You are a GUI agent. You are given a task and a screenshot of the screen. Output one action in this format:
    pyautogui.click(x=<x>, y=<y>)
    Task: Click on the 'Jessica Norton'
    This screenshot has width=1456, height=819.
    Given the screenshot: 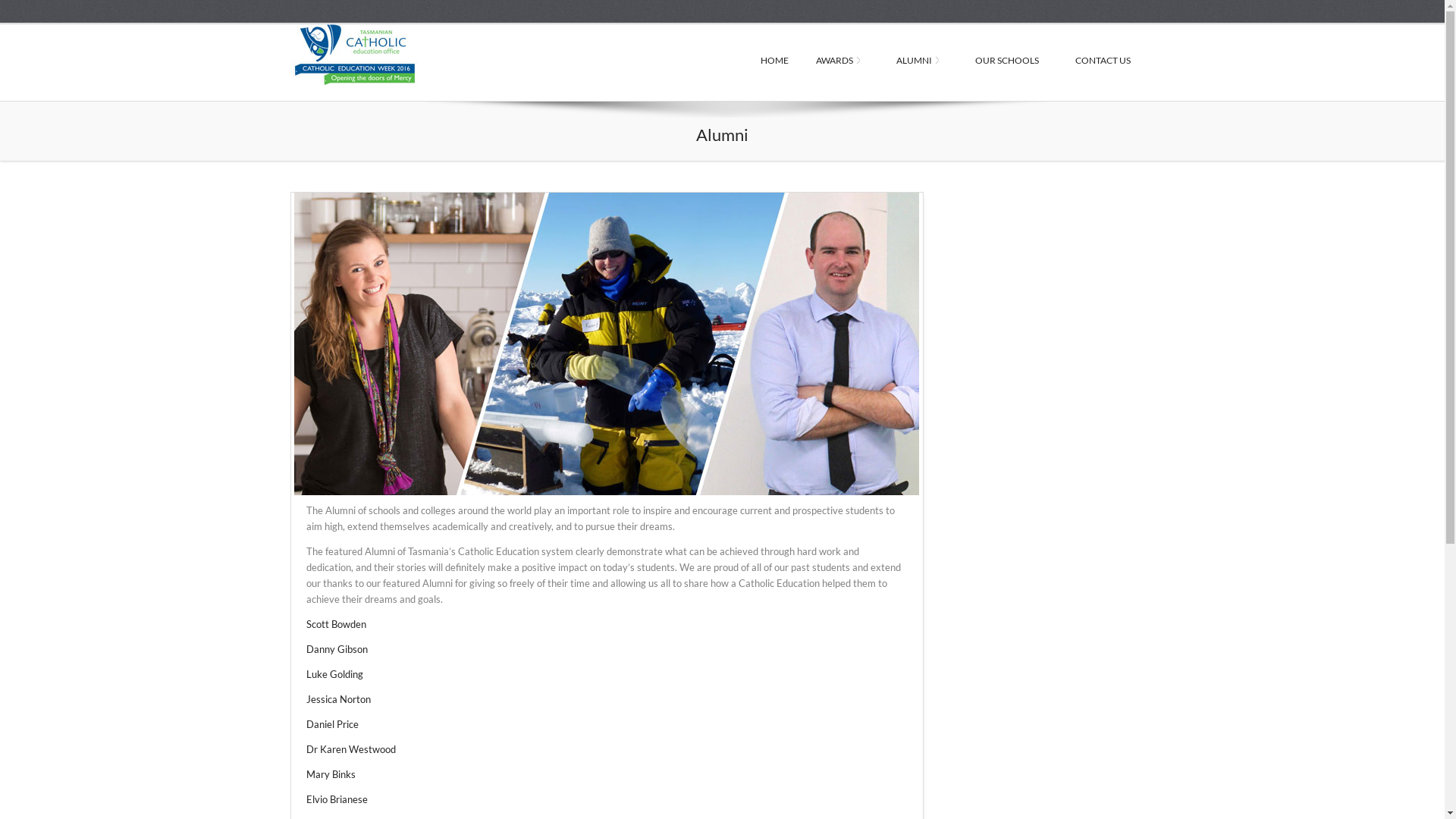 What is the action you would take?
    pyautogui.click(x=305, y=698)
    